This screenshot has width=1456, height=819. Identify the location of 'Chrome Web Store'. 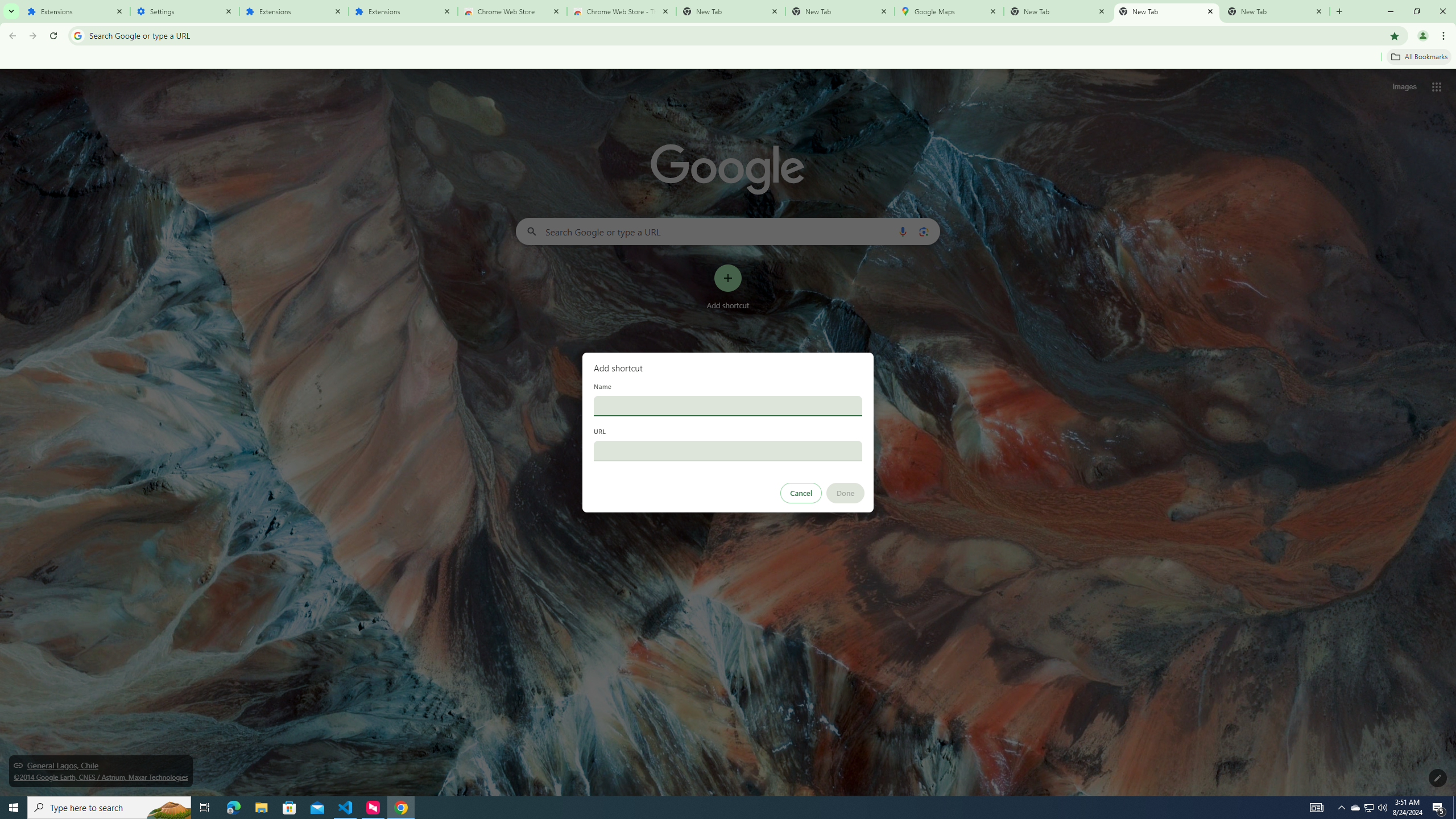
(512, 11).